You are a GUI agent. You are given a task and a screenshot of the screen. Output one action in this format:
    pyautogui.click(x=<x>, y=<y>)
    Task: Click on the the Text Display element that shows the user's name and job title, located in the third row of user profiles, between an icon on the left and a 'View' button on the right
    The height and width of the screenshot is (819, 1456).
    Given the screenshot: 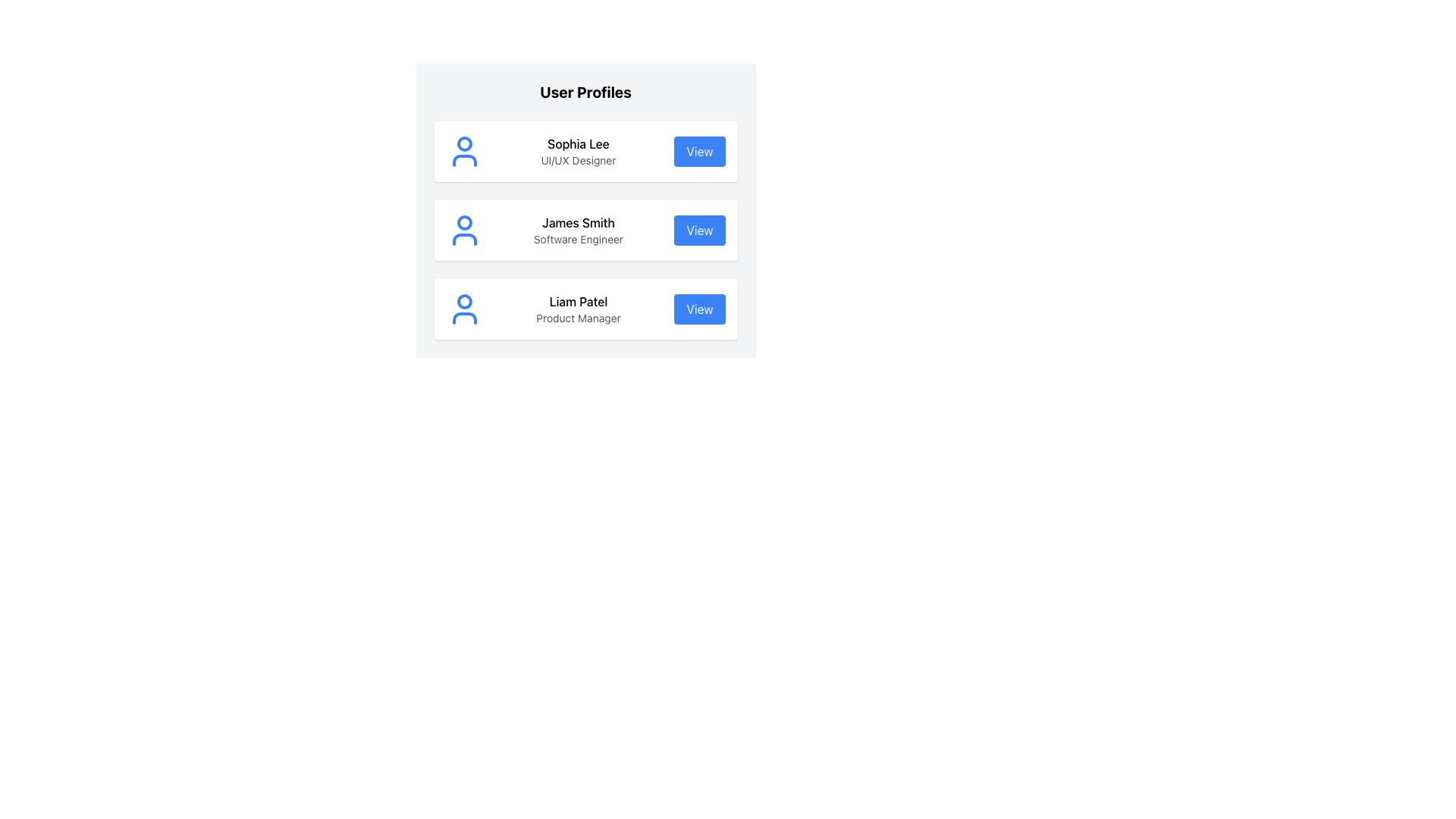 What is the action you would take?
    pyautogui.click(x=578, y=309)
    